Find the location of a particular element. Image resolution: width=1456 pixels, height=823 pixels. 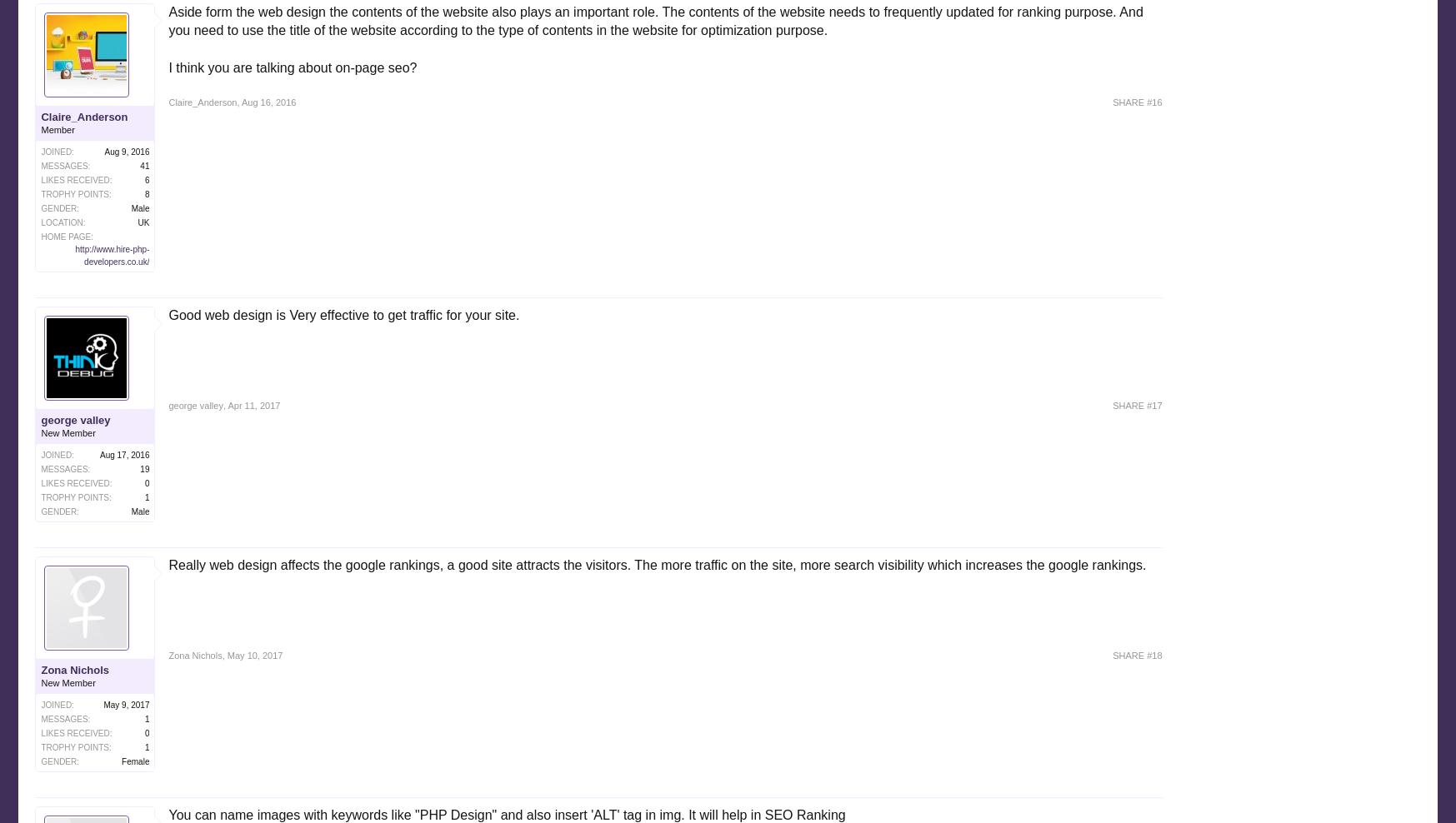

'SHARE #18' is located at coordinates (1137, 655).